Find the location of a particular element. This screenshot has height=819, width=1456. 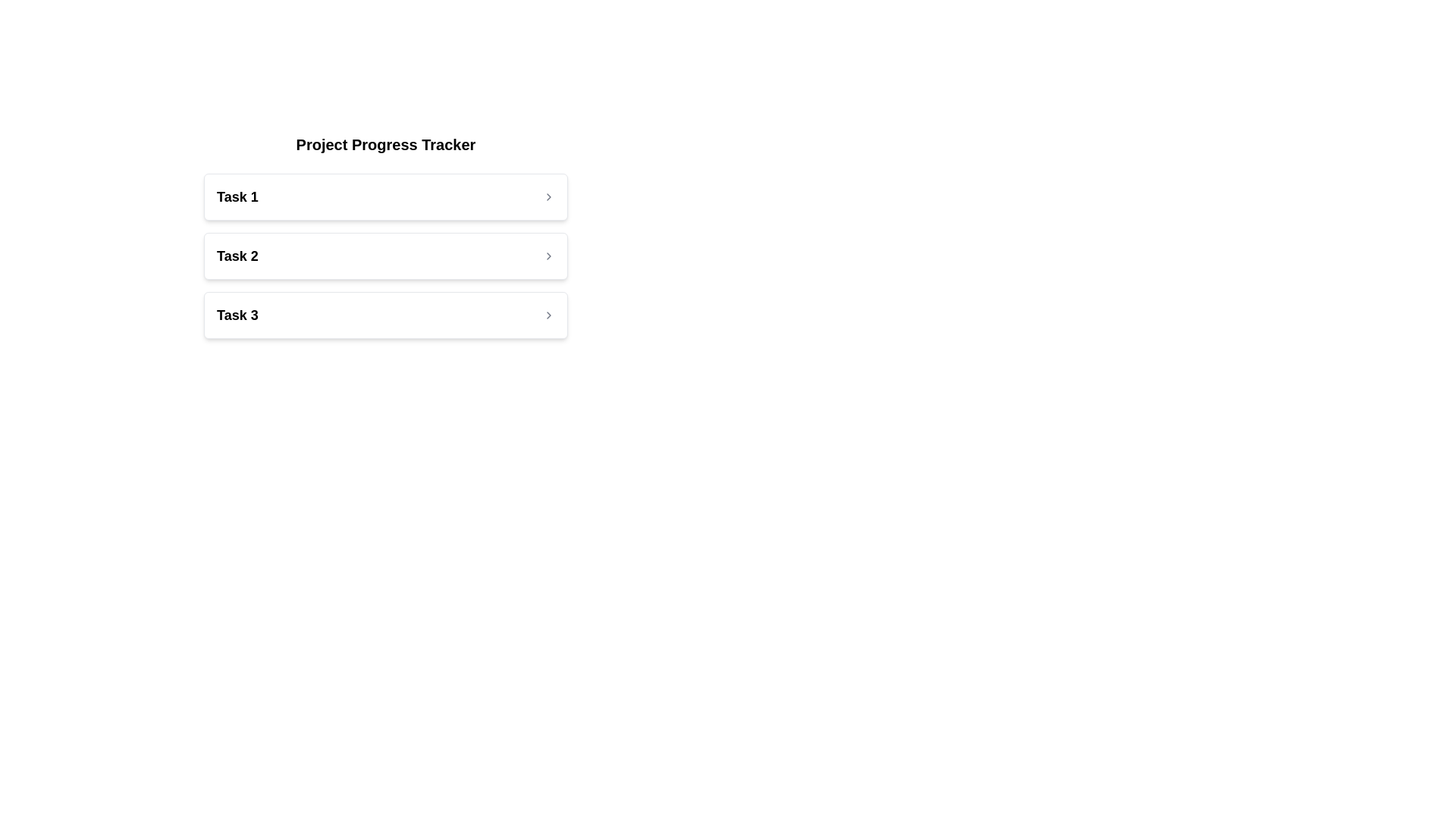

on the card labeled 'Task 2' which is the second card in the vertical list of task cards under 'Project Progress Tracker' is located at coordinates (385, 237).